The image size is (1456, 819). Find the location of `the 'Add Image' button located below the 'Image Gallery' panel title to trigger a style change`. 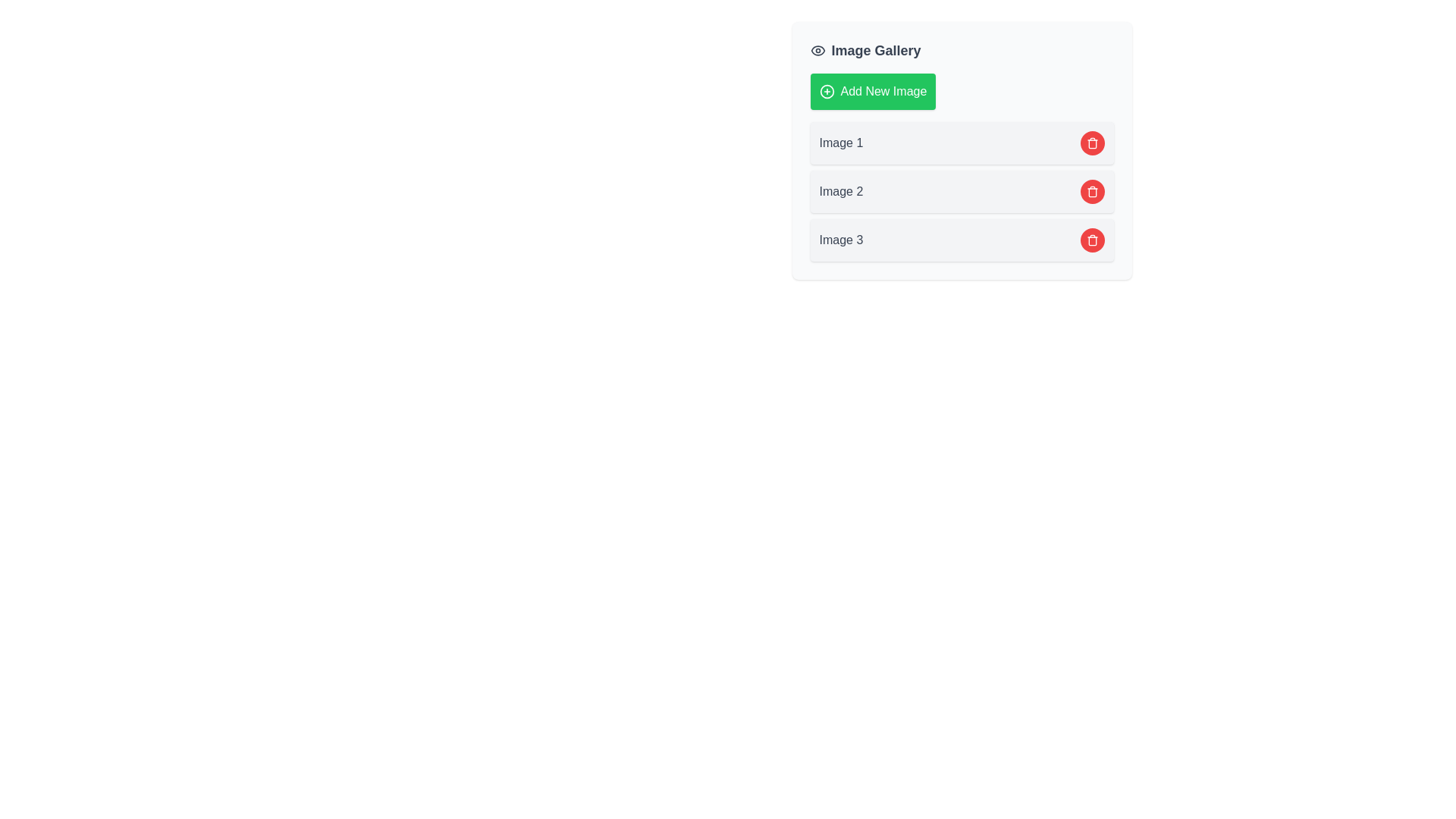

the 'Add Image' button located below the 'Image Gallery' panel title to trigger a style change is located at coordinates (873, 91).